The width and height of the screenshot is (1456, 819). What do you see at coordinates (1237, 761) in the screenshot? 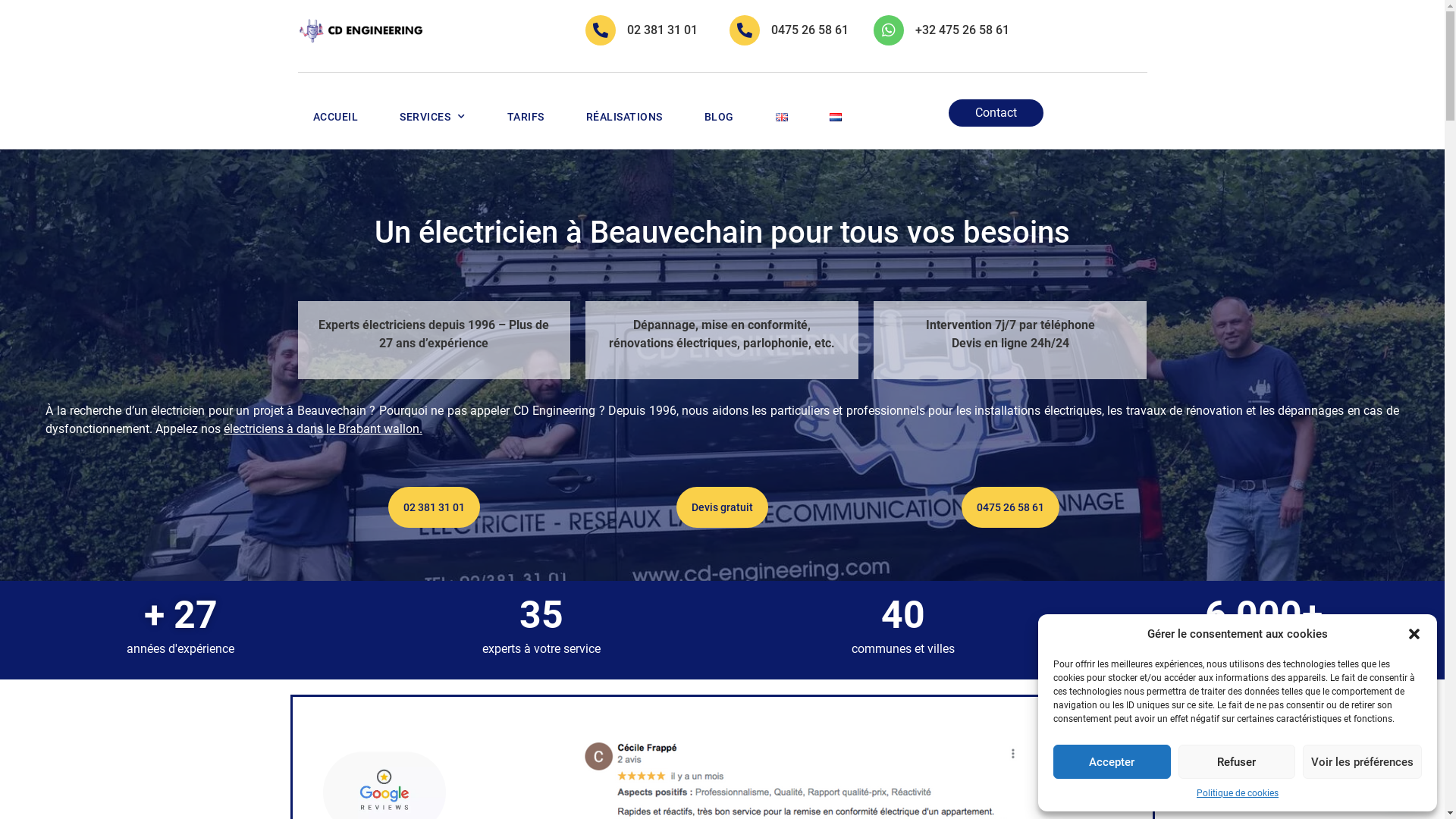
I see `'Refuser'` at bounding box center [1237, 761].